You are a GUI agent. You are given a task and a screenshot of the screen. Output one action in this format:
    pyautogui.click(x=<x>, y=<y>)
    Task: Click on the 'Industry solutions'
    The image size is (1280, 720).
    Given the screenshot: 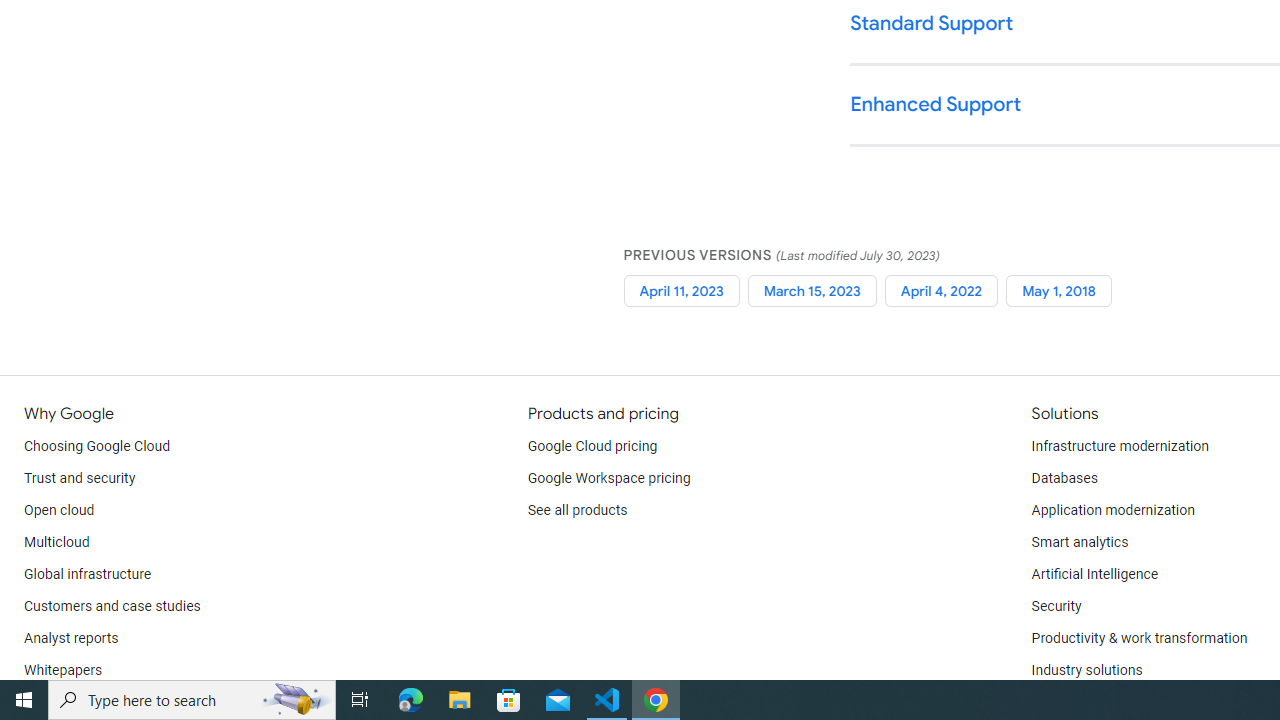 What is the action you would take?
    pyautogui.click(x=1085, y=671)
    